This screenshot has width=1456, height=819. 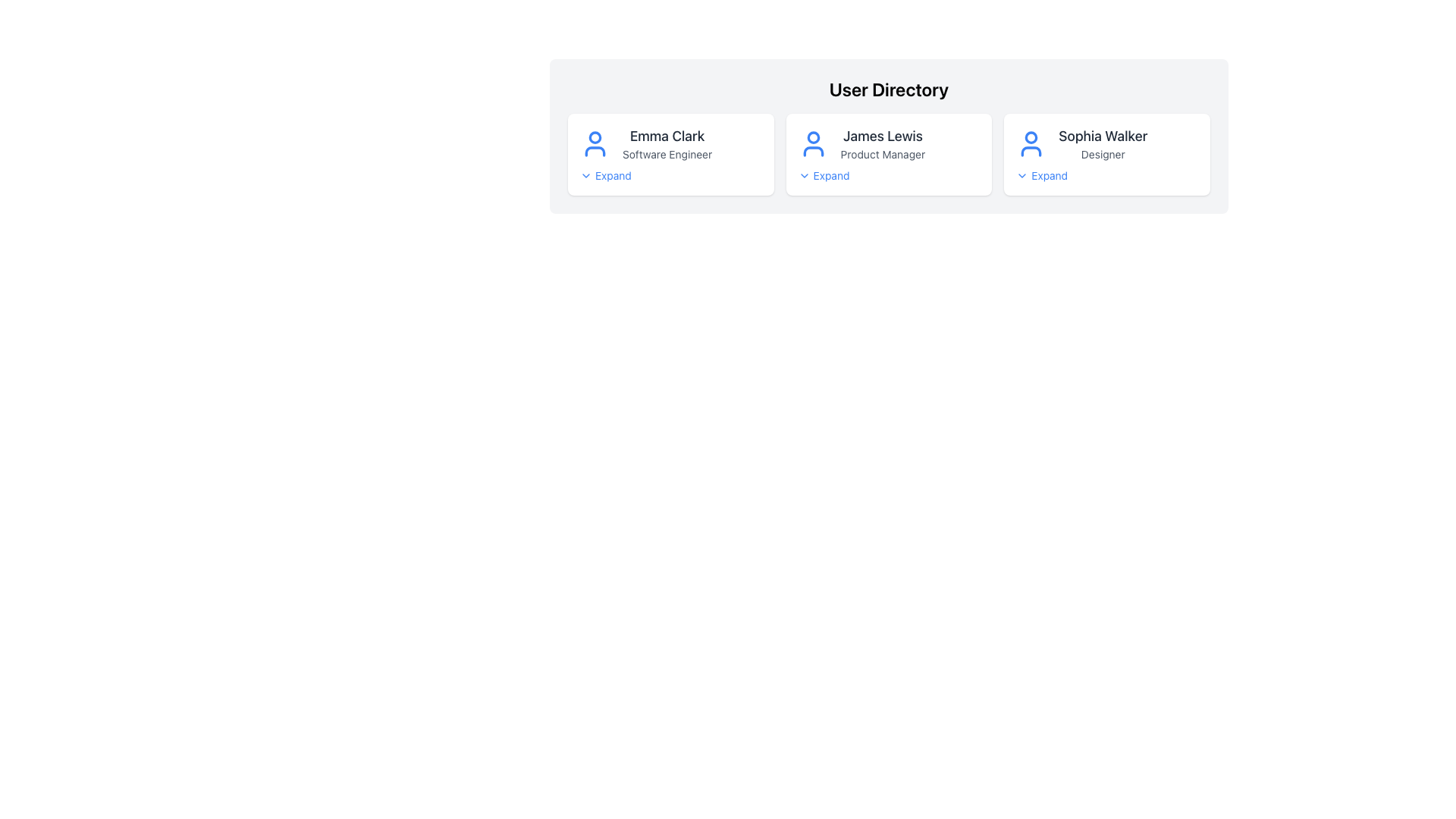 I want to click on the User Profile Card containing the circular blue icon for user 'Sophia Walker', which is the third card in the User Directory section, so click(x=1107, y=143).